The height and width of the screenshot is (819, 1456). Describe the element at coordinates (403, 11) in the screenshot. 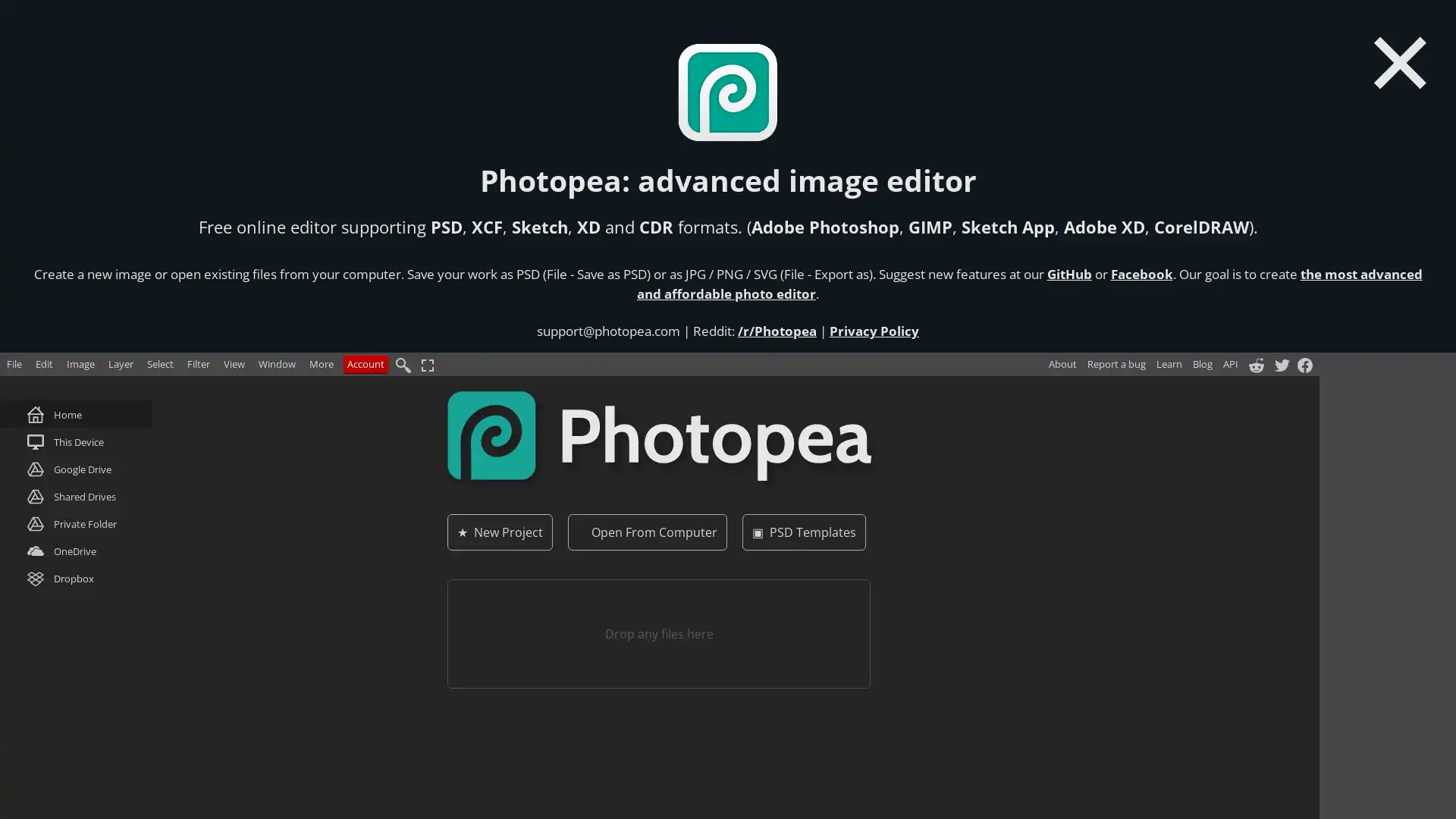

I see `Find` at that location.